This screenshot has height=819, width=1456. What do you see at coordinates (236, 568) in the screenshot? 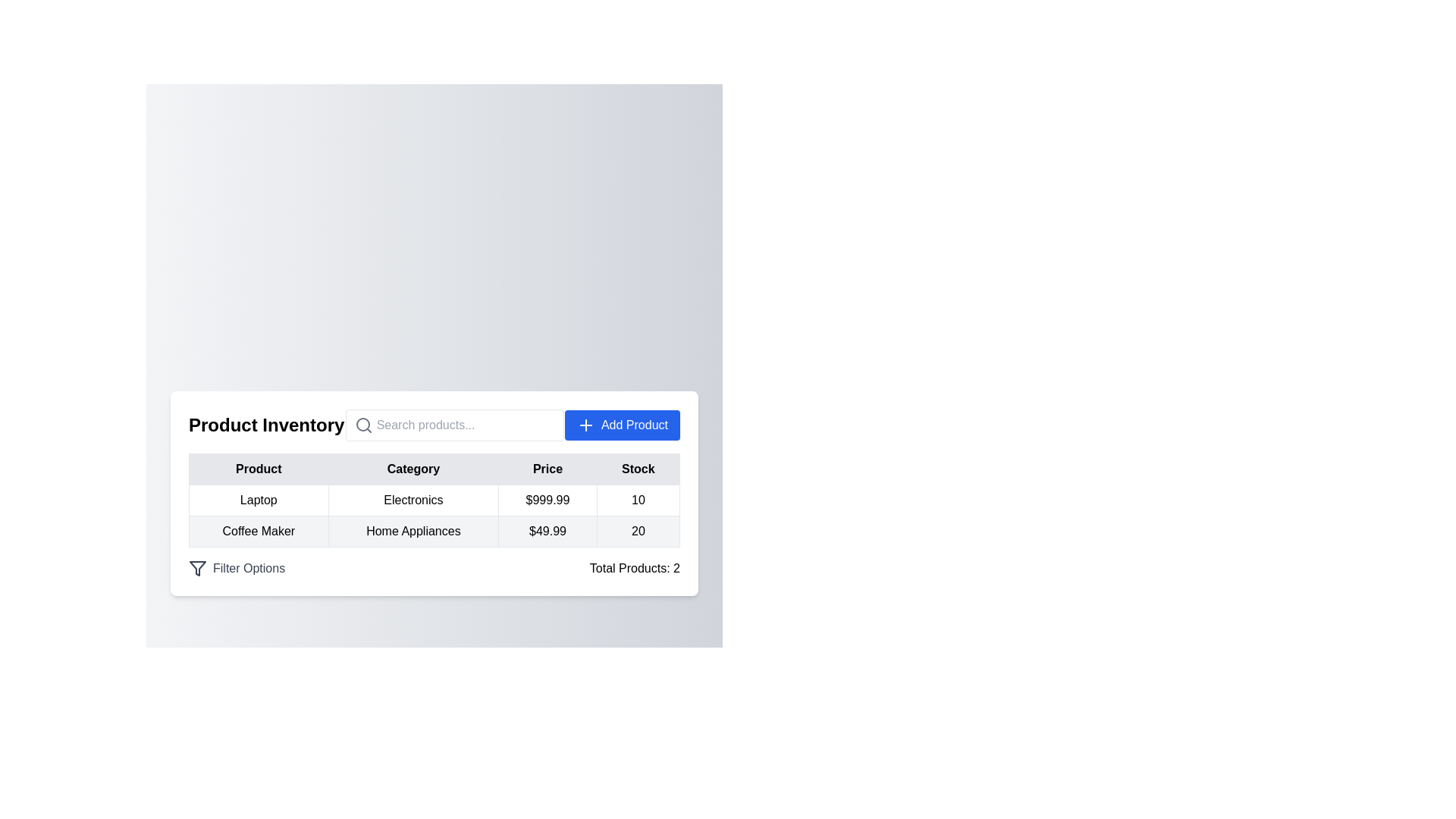
I see `the 'Filter Options' button, which is located in the bottom-left corner of the inventory section` at bounding box center [236, 568].